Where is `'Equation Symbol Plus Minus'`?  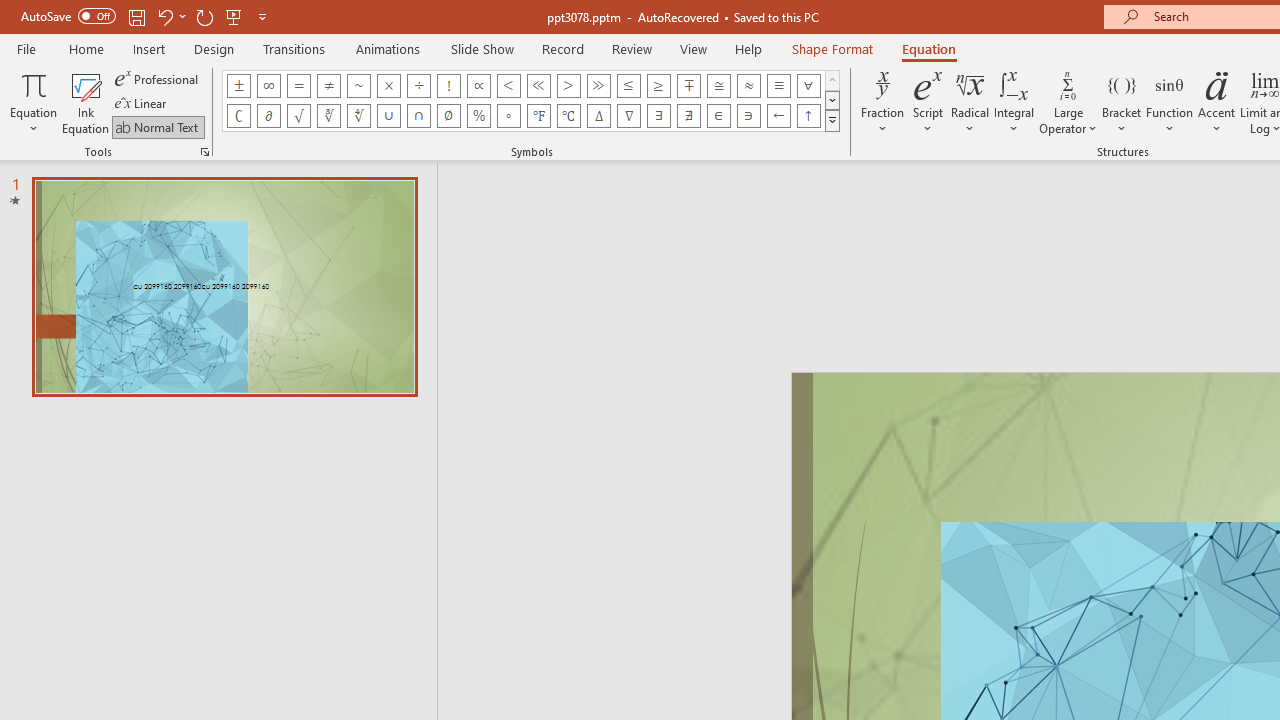
'Equation Symbol Plus Minus' is located at coordinates (238, 85).